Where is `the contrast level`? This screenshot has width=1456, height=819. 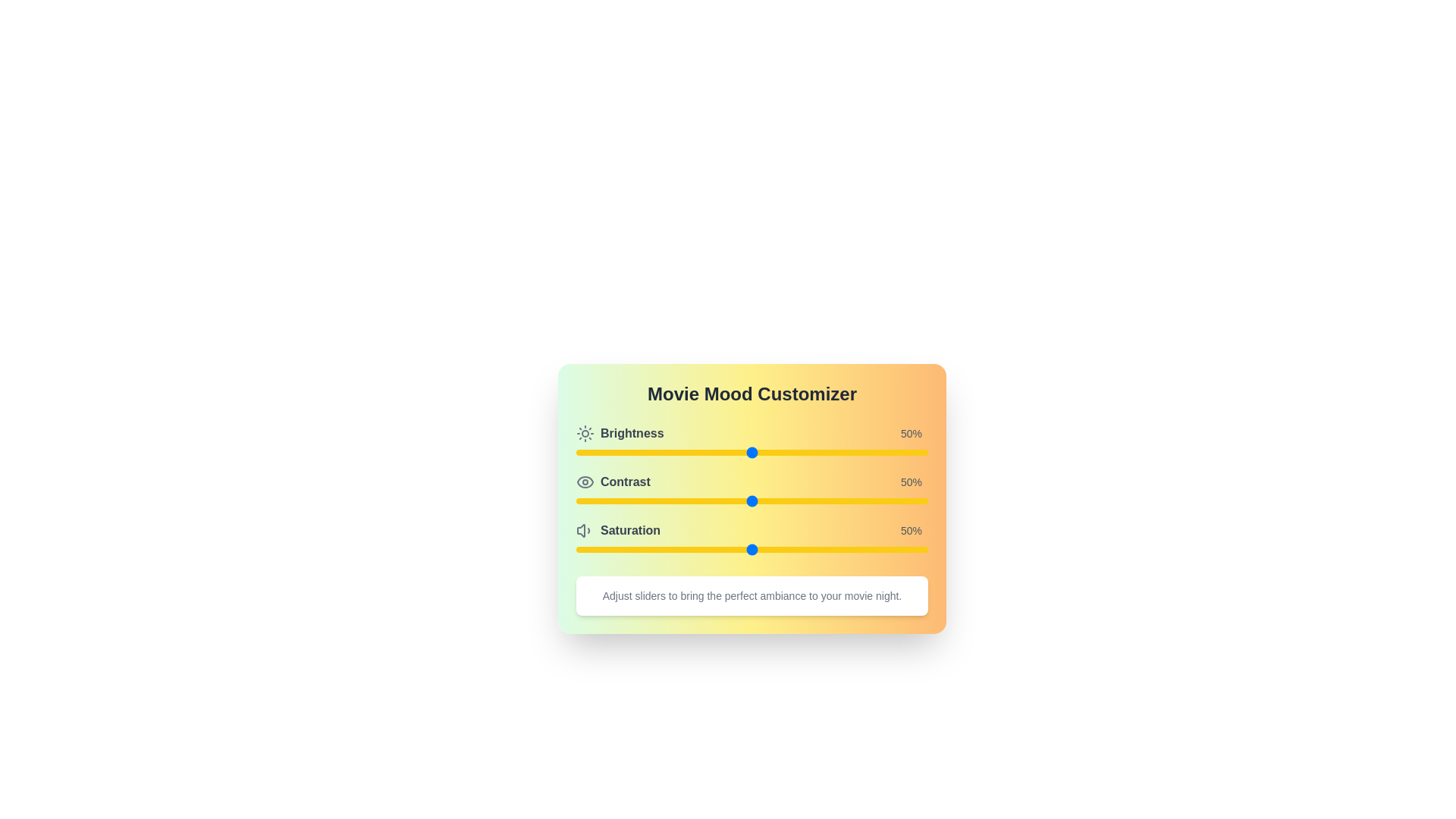
the contrast level is located at coordinates (861, 500).